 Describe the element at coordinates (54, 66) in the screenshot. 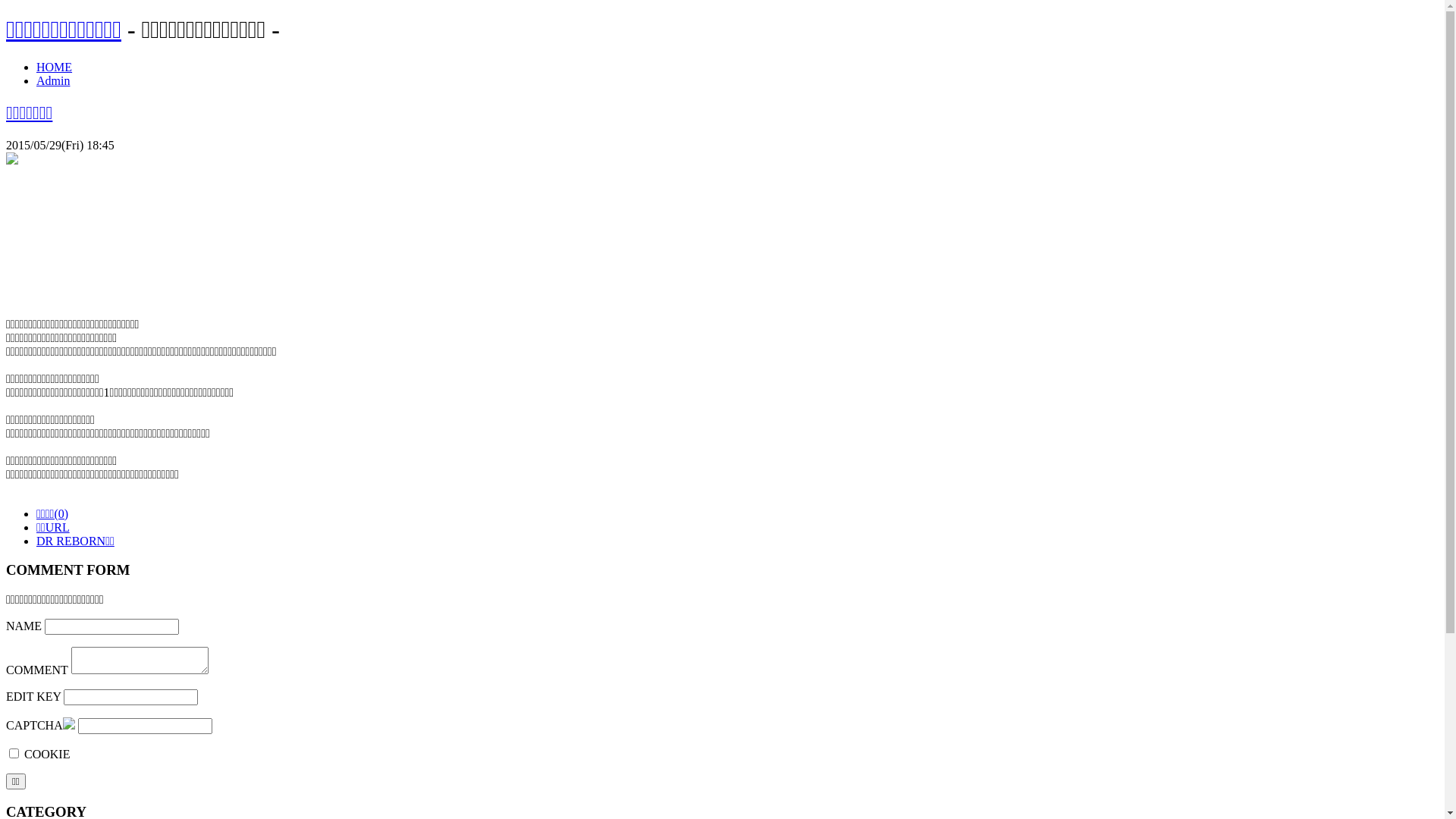

I see `'HOME'` at that location.